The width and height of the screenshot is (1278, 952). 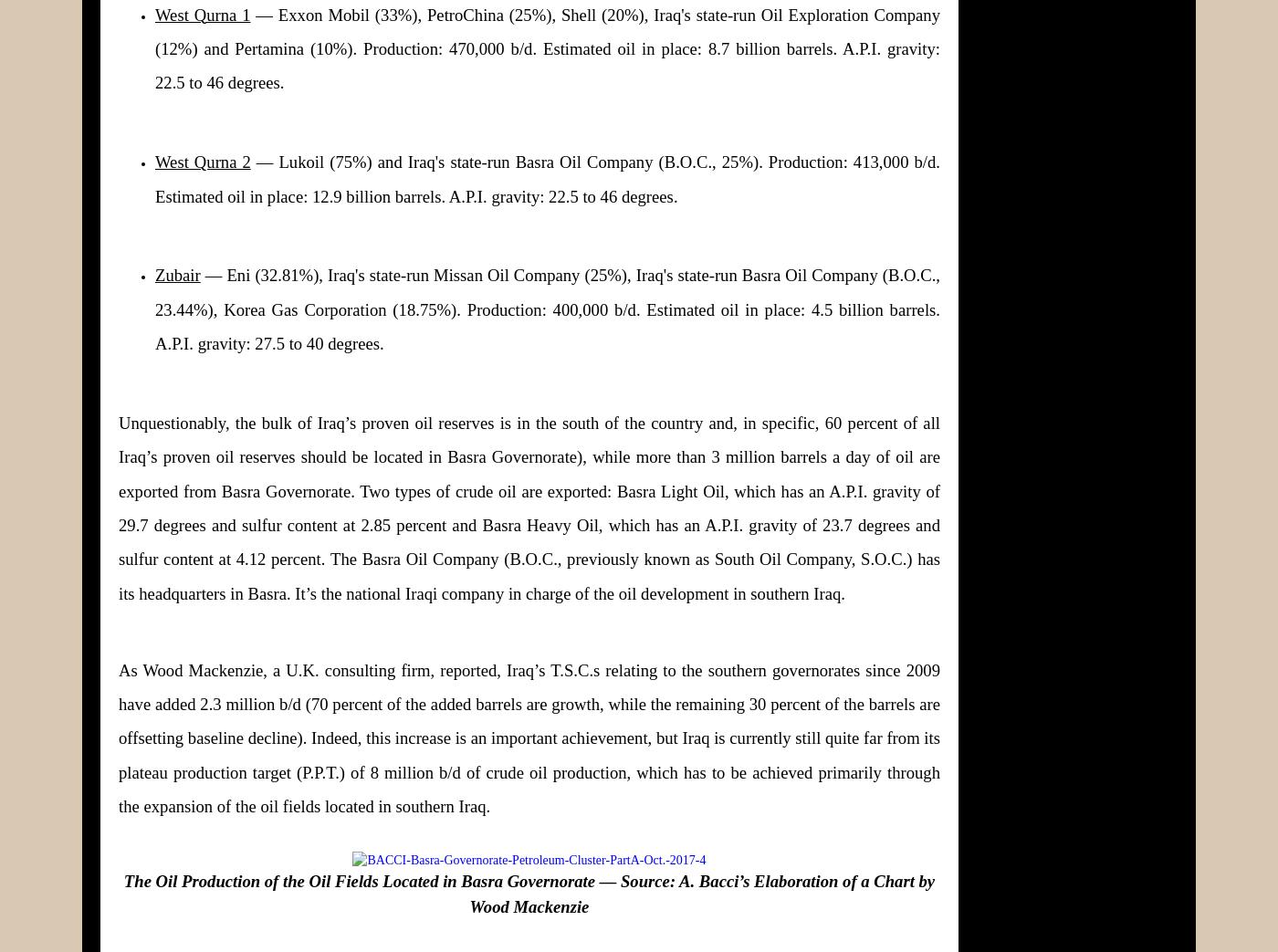 What do you see at coordinates (529, 575) in the screenshot?
I see `'The
Basra Oil Company (B.O.C., previously known as South Oil Company, S.O.C.) has
its headquarters in Basra. It’s the national Iraqi company in charge of the oil
development in southern Iraq.'` at bounding box center [529, 575].